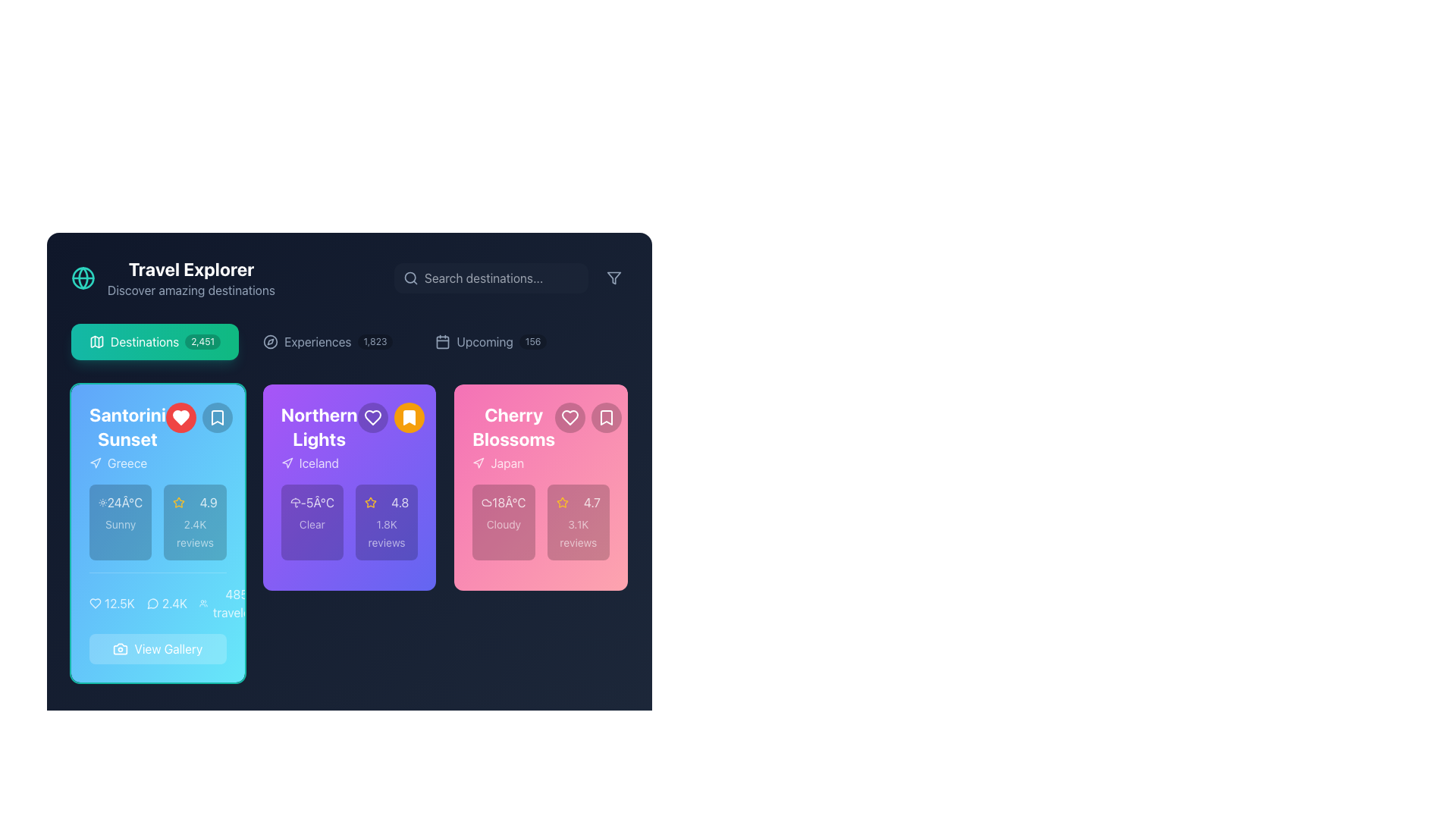  What do you see at coordinates (591, 503) in the screenshot?
I see `the text label displaying the rating '4.7' in white font located beside the star icon within the pink-themed card titled 'Cherry Blossoms'` at bounding box center [591, 503].